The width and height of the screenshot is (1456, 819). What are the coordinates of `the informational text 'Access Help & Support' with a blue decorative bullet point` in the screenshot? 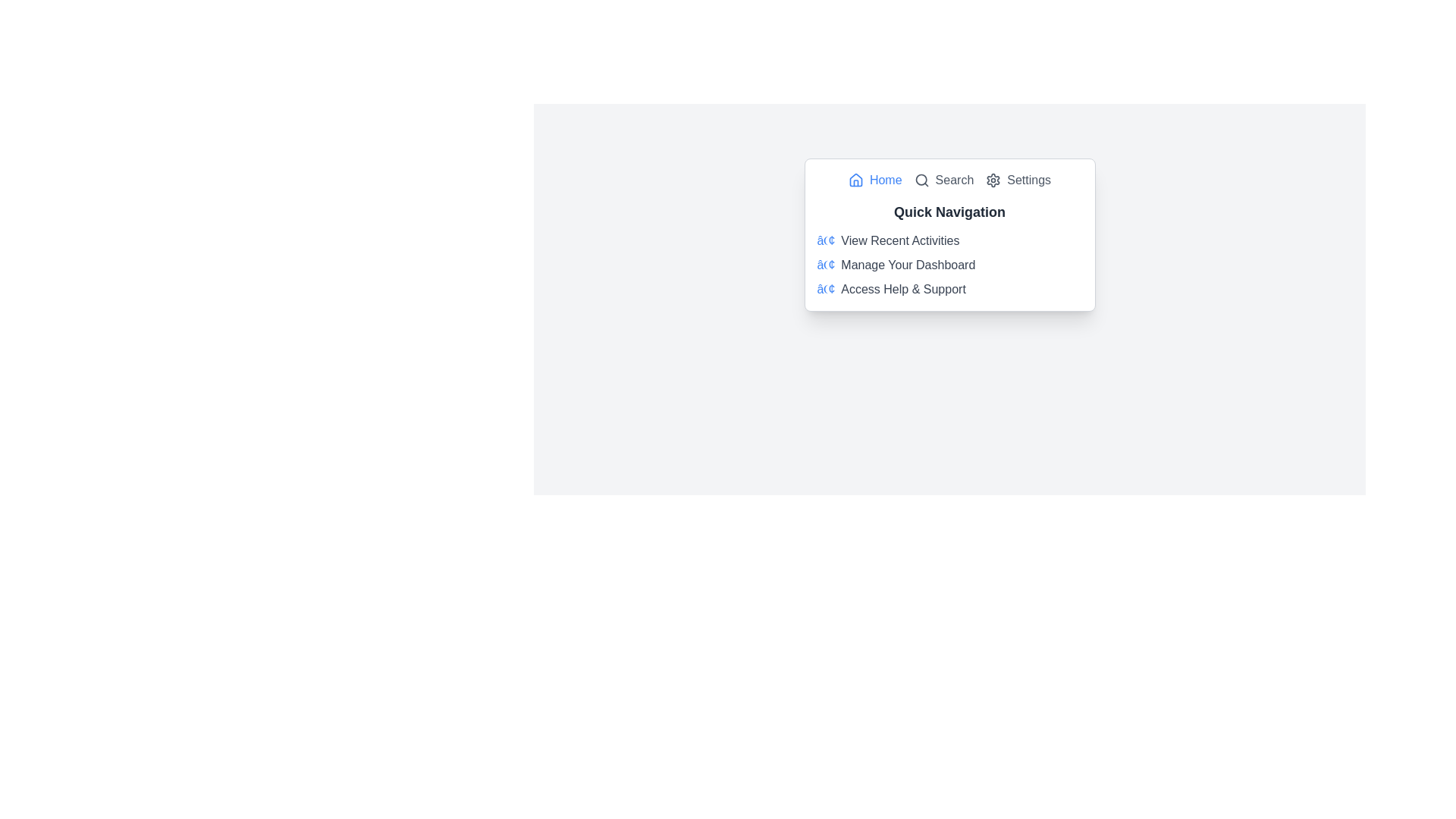 It's located at (949, 289).